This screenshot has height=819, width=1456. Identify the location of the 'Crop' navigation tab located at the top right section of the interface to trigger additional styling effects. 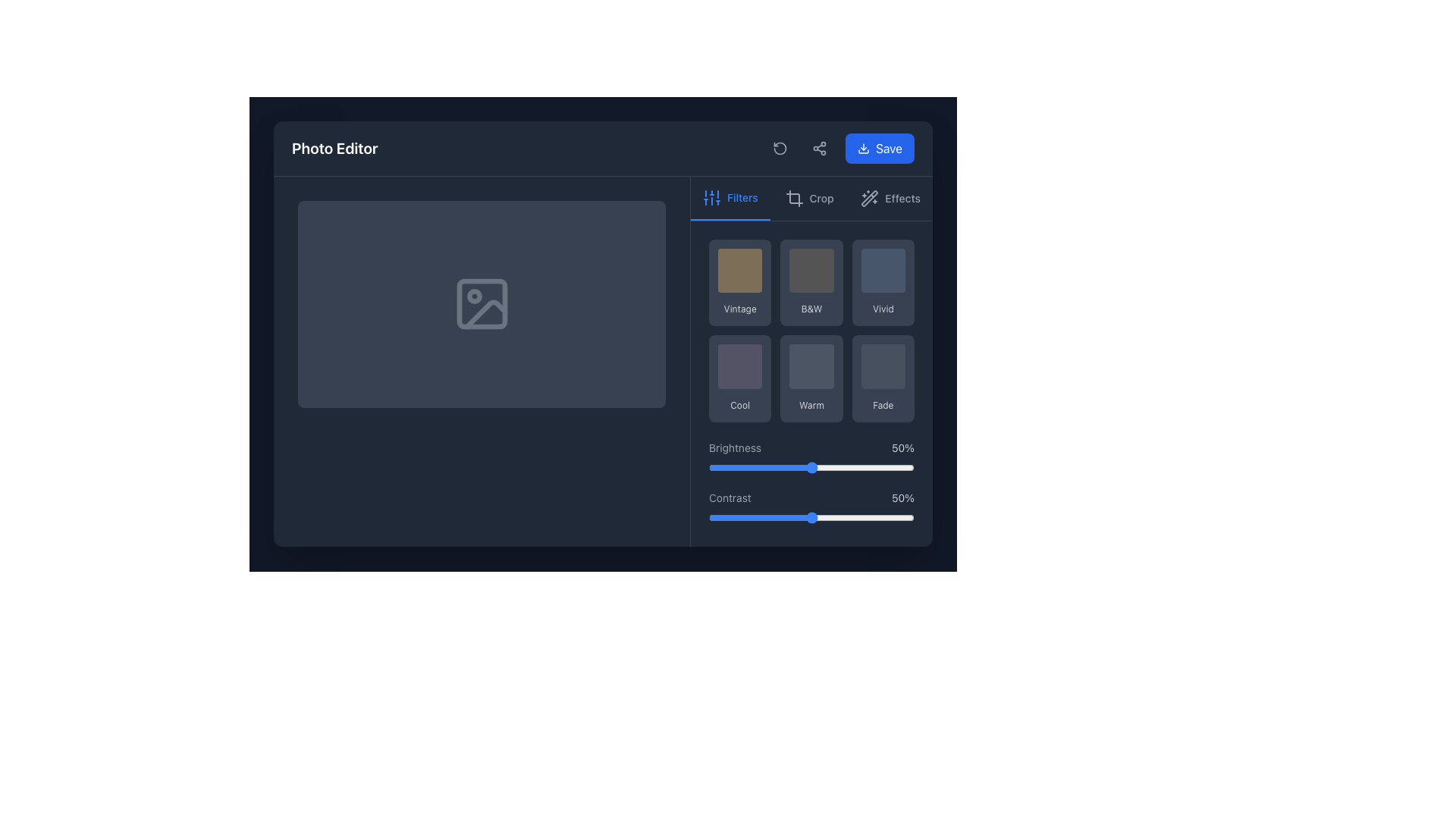
(811, 198).